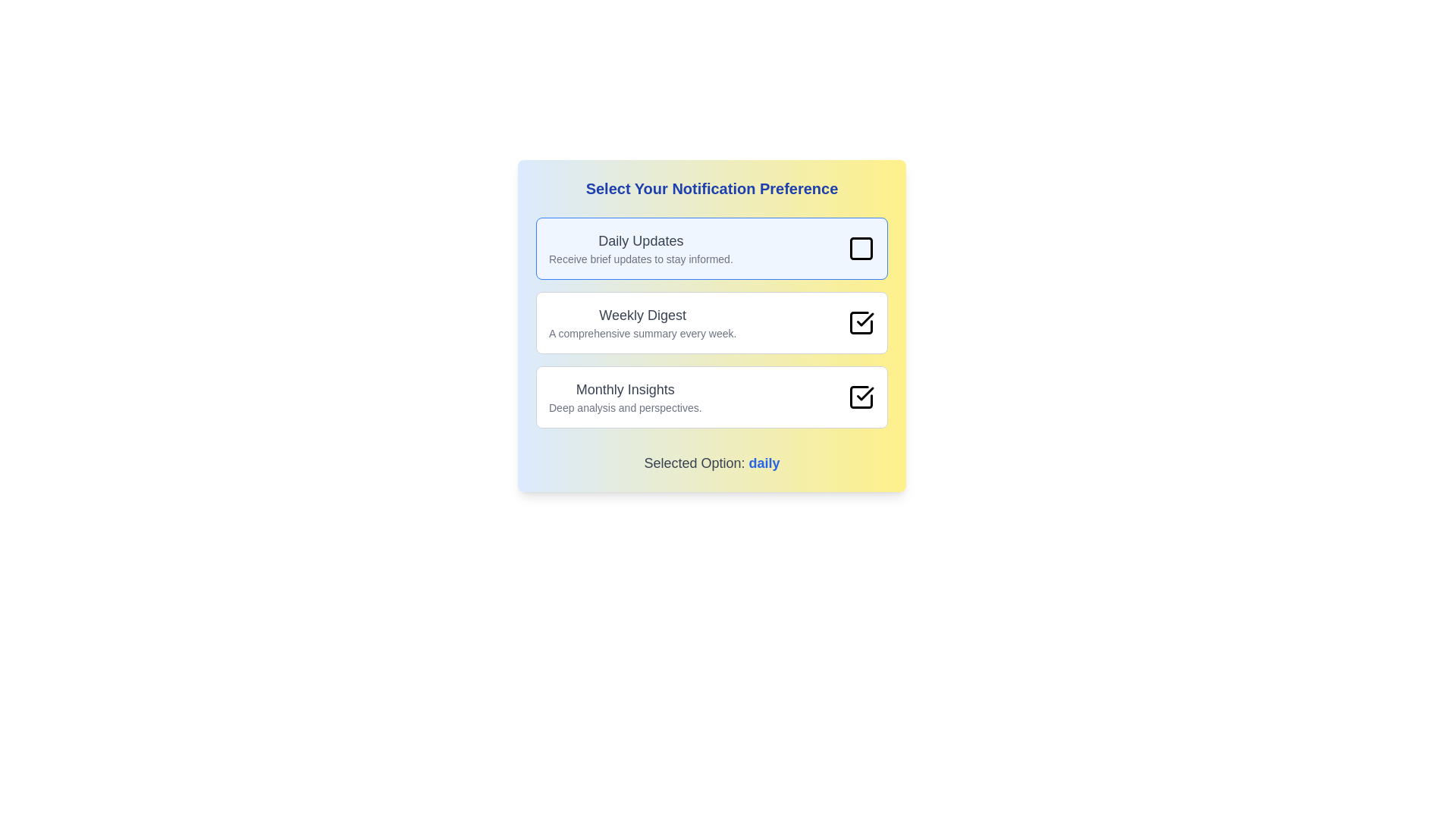  Describe the element at coordinates (861, 247) in the screenshot. I see `the small light-colored square with rounded corners located in the 'Daily Updates' section of the notification preference options` at that location.